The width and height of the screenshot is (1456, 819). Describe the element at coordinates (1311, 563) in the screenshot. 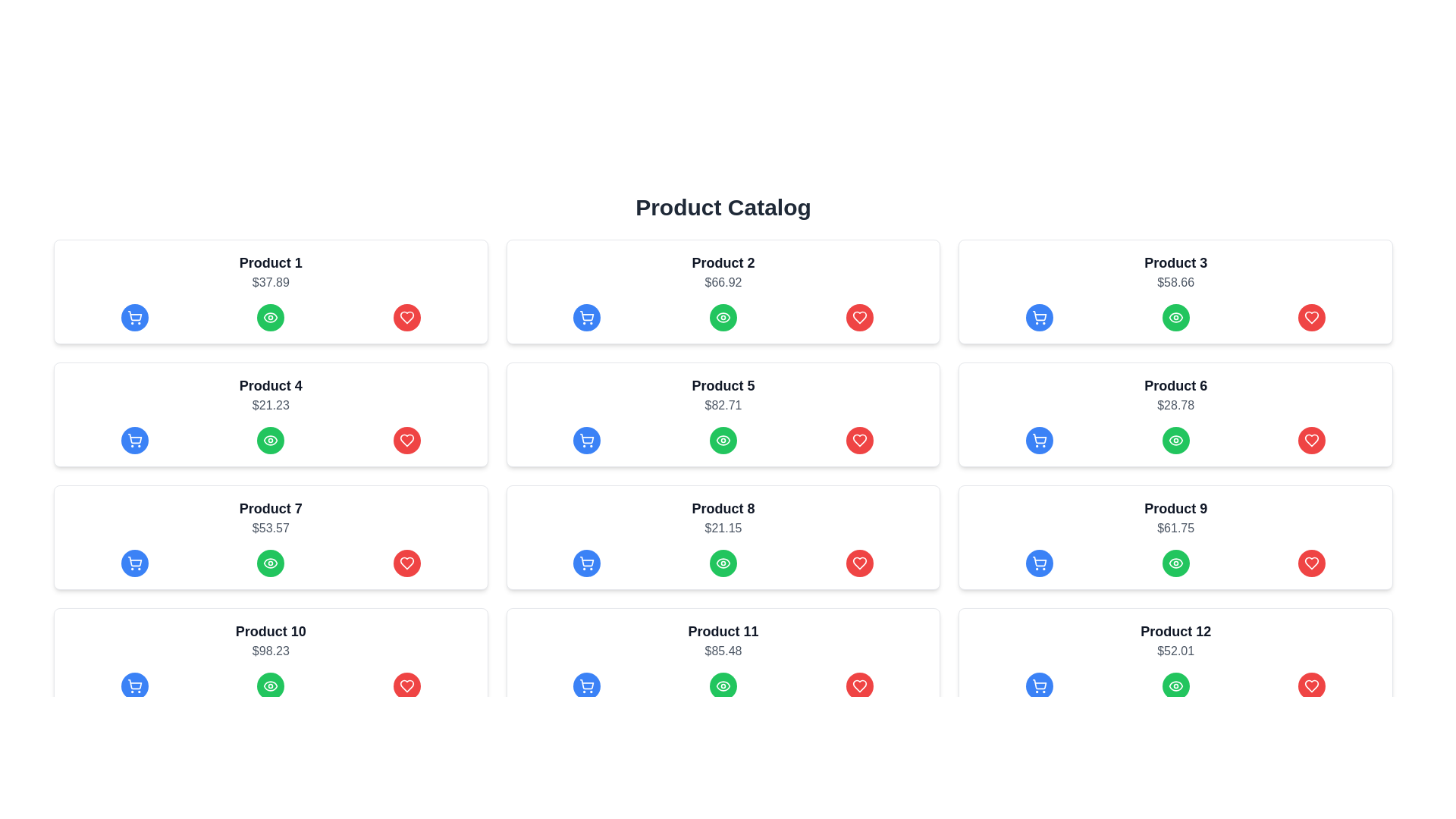

I see `the heart-shaped icon in the 'Product Catalog' interface, located in the third row and third column, to mark the product as favorite` at that location.